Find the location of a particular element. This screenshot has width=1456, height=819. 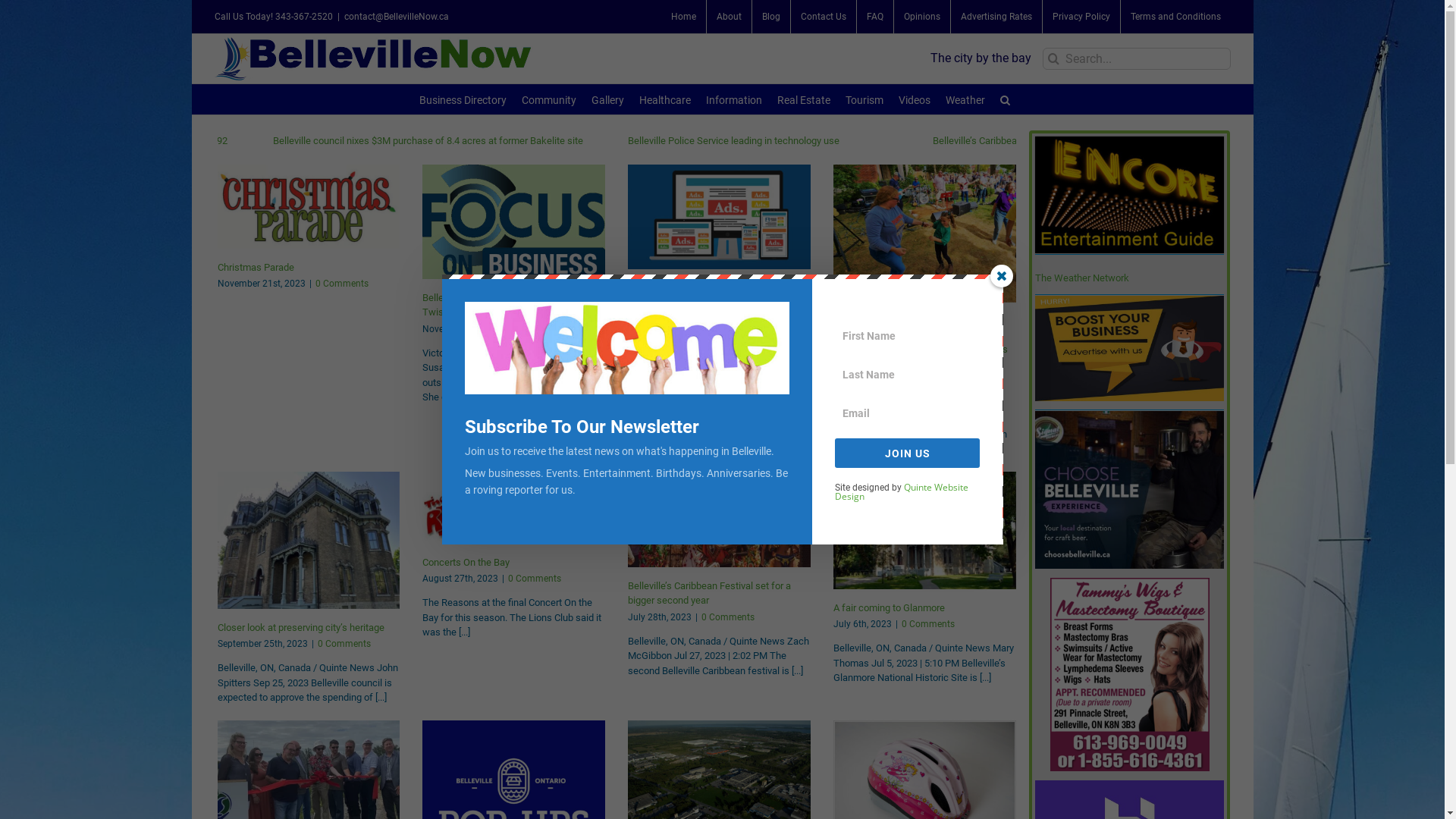

'contact@BellevilleNow.ca' is located at coordinates (397, 17).